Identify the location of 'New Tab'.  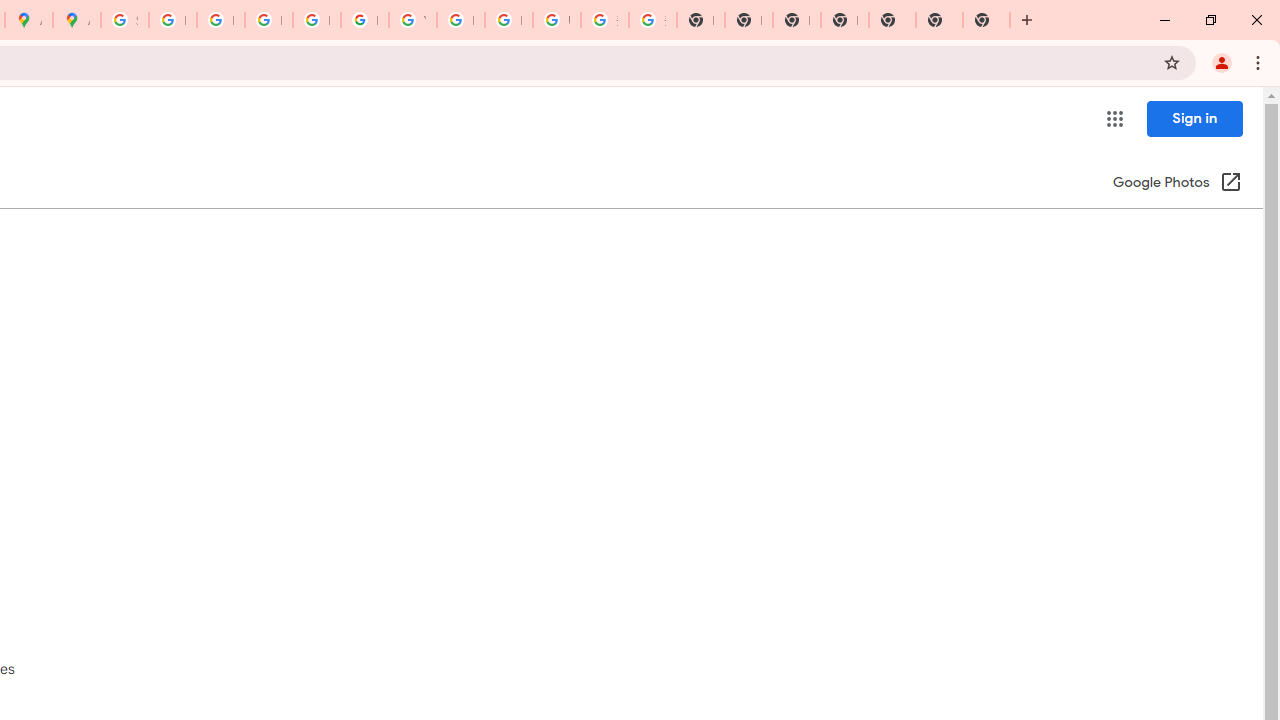
(938, 20).